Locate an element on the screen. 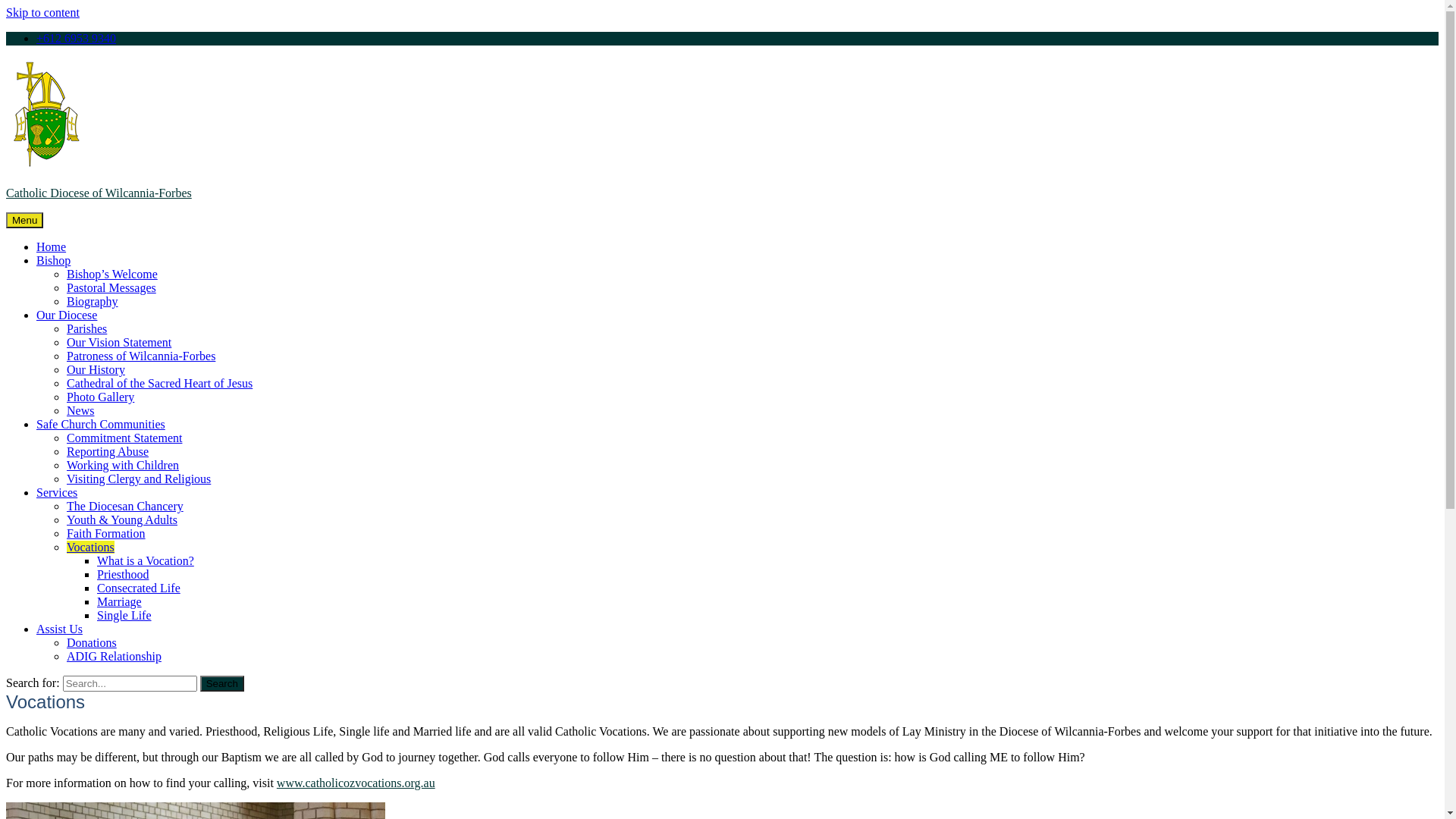 The width and height of the screenshot is (1456, 819). 'Bishop' is located at coordinates (53, 259).